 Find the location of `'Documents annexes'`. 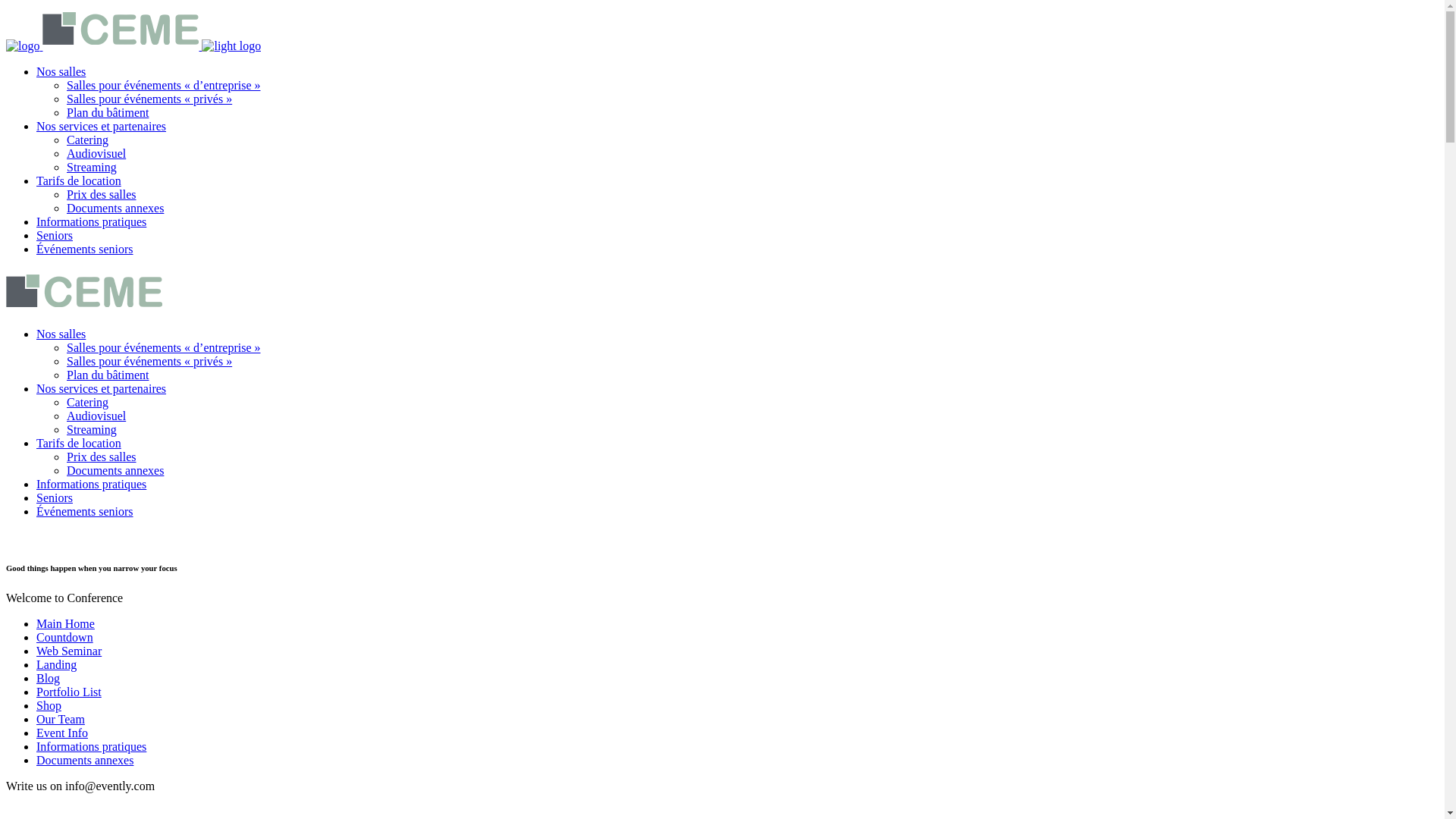

'Documents annexes' is located at coordinates (115, 208).